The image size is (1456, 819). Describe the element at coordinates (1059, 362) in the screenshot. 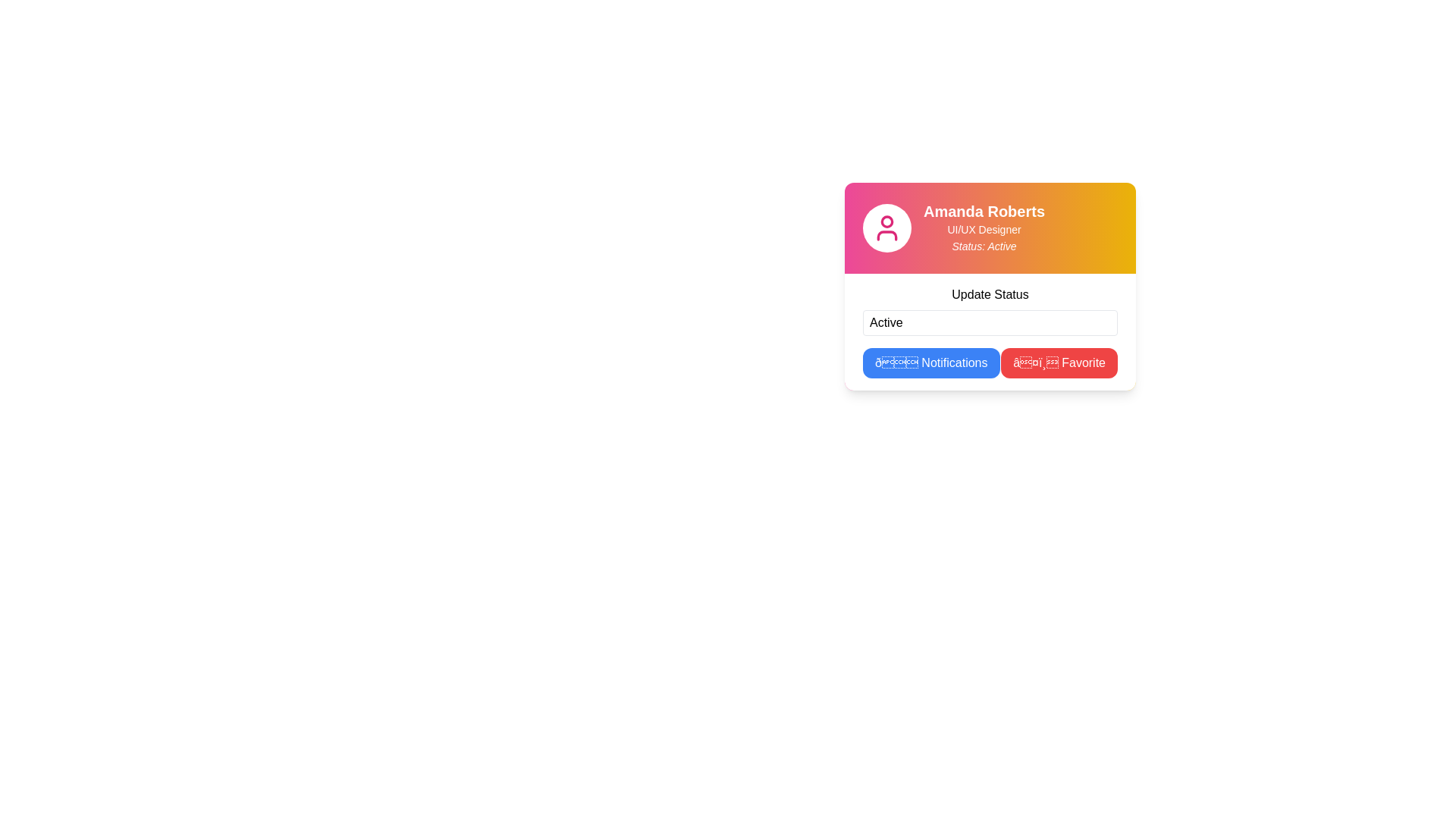

I see `the favorite button located on the right-hand side of the button group, positioned below the 'Update Status' input field` at that location.